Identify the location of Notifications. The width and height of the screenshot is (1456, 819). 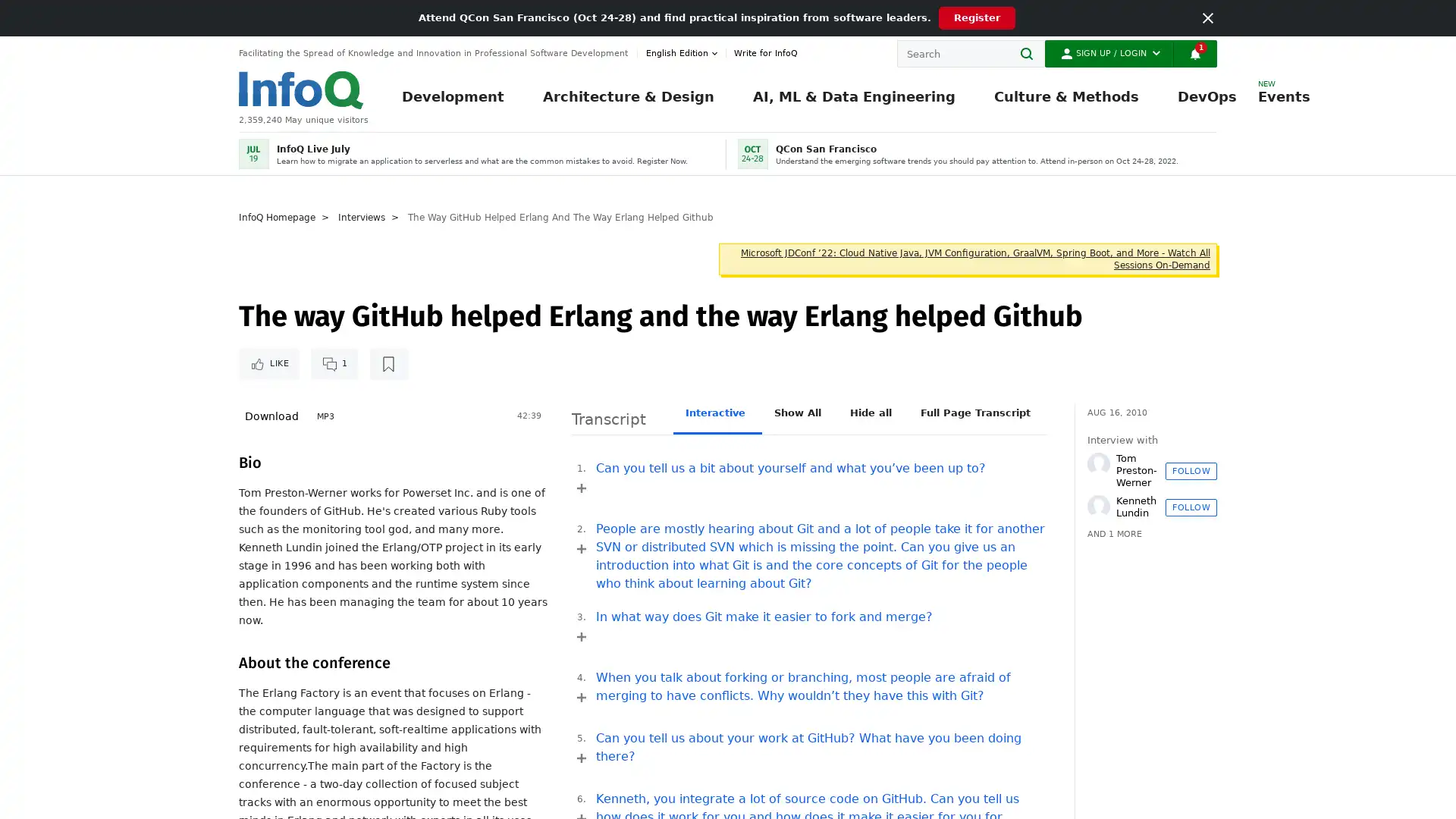
(1194, 52).